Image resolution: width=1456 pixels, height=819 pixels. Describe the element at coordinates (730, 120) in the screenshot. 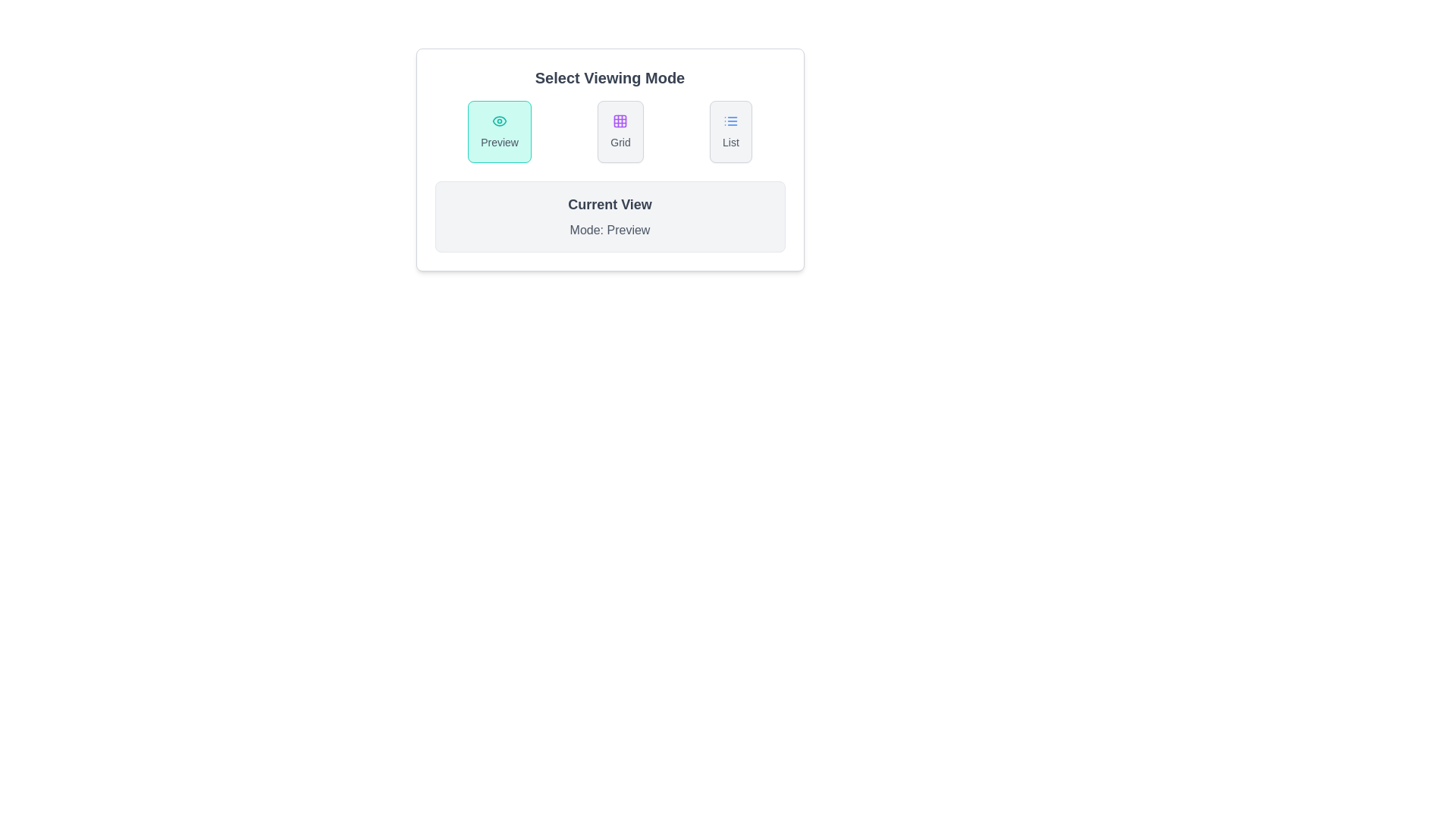

I see `the 'List' view icon located in the 'Select Viewing Mode' section, which is the third button to the right of the 'Grid' button` at that location.